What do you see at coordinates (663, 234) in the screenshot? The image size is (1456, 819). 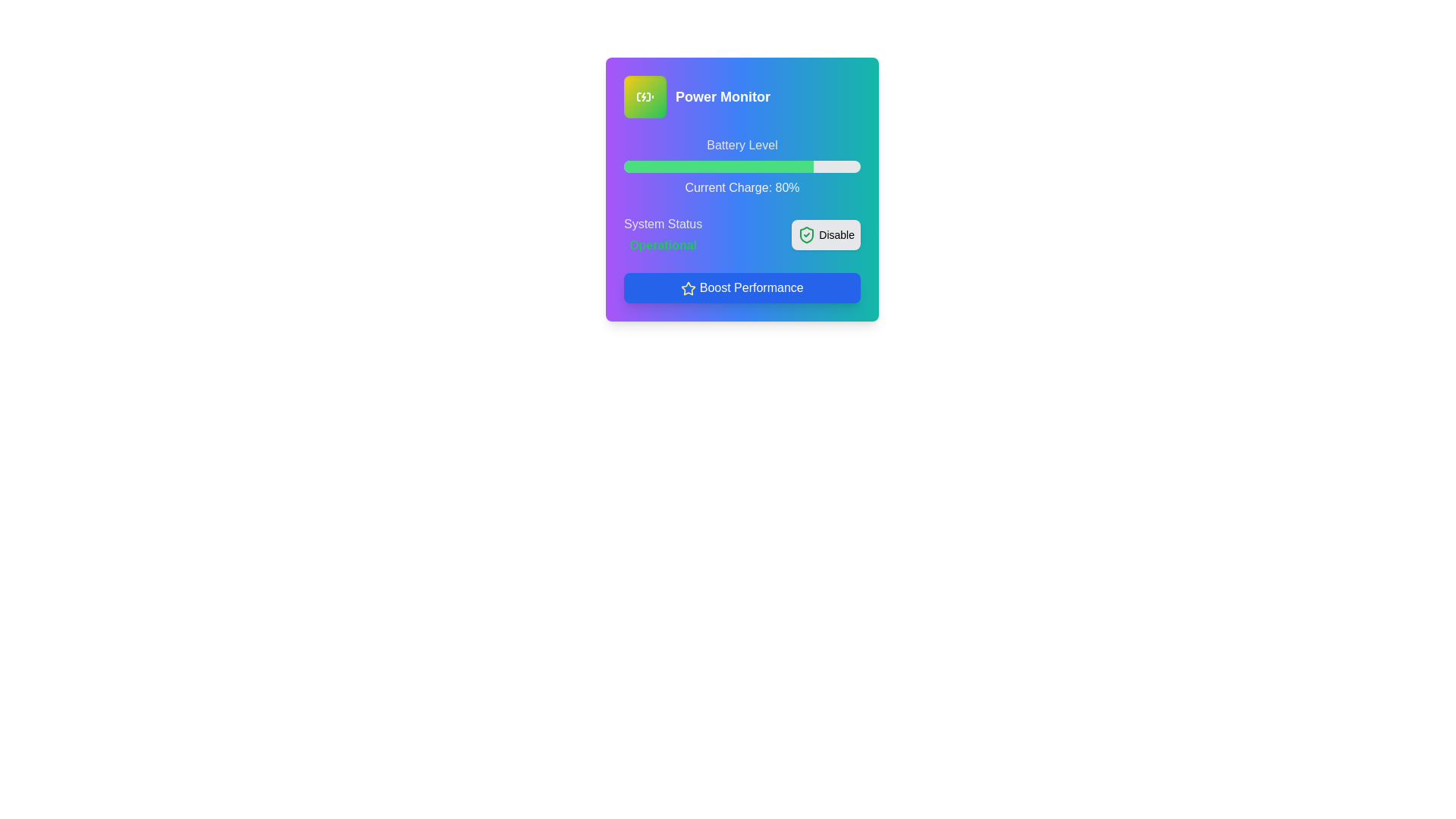 I see `the status indicator text that shows 'Operational', located below the 'Current Charge: 80%' label and to the left of the 'Disable' button` at bounding box center [663, 234].